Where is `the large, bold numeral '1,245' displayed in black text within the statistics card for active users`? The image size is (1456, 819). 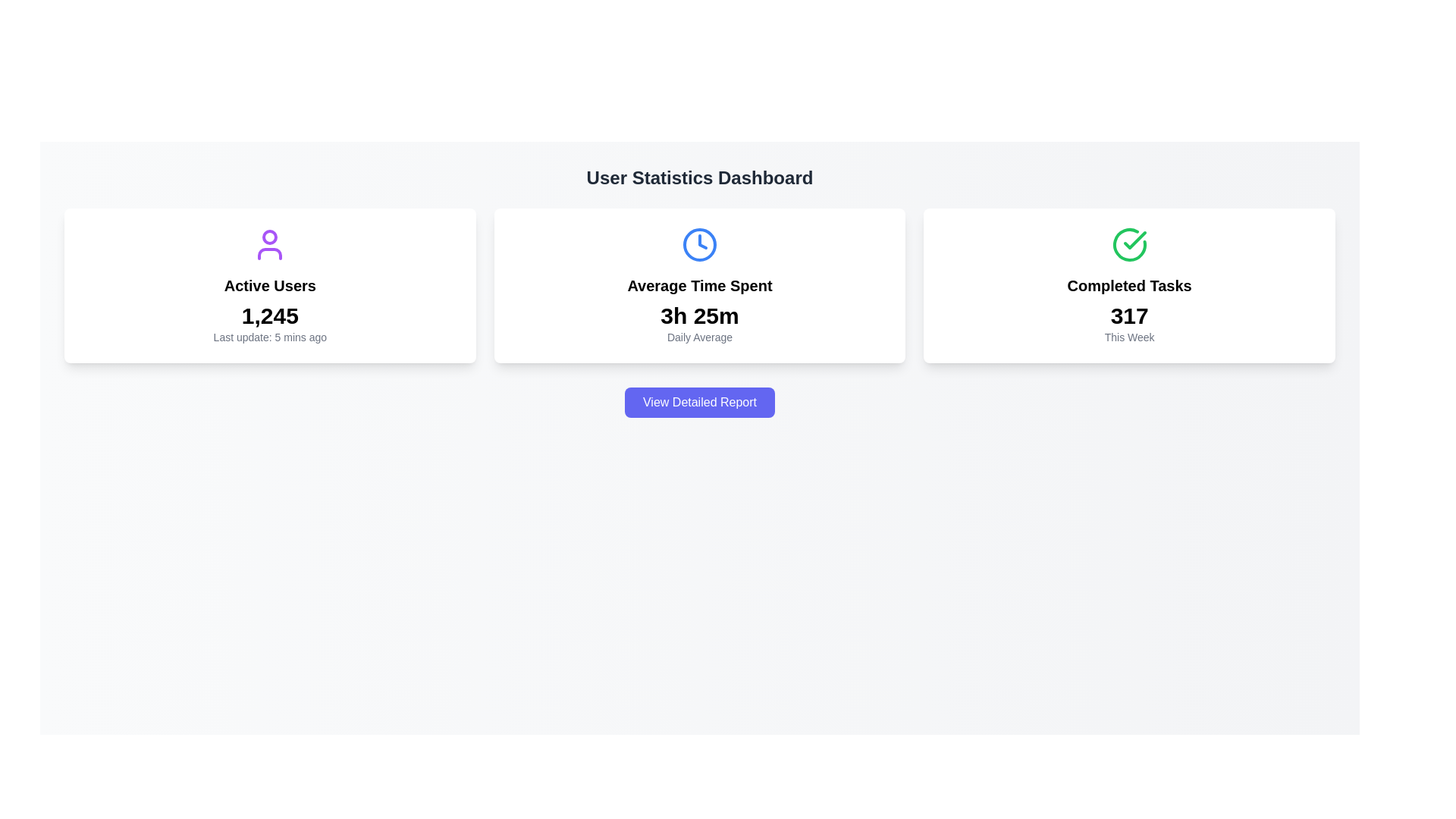 the large, bold numeral '1,245' displayed in black text within the statistics card for active users is located at coordinates (270, 315).